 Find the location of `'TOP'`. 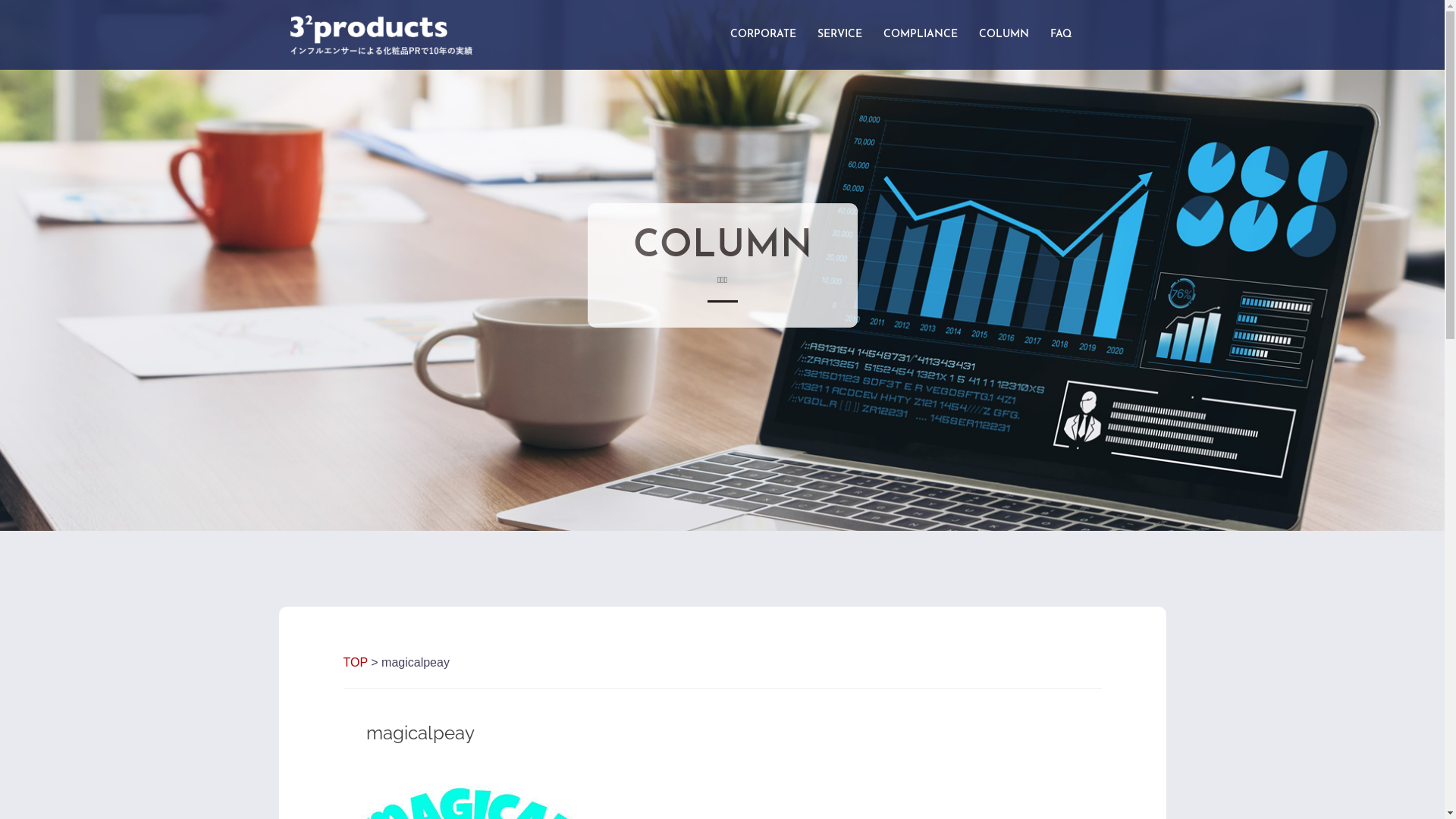

'TOP' is located at coordinates (353, 661).